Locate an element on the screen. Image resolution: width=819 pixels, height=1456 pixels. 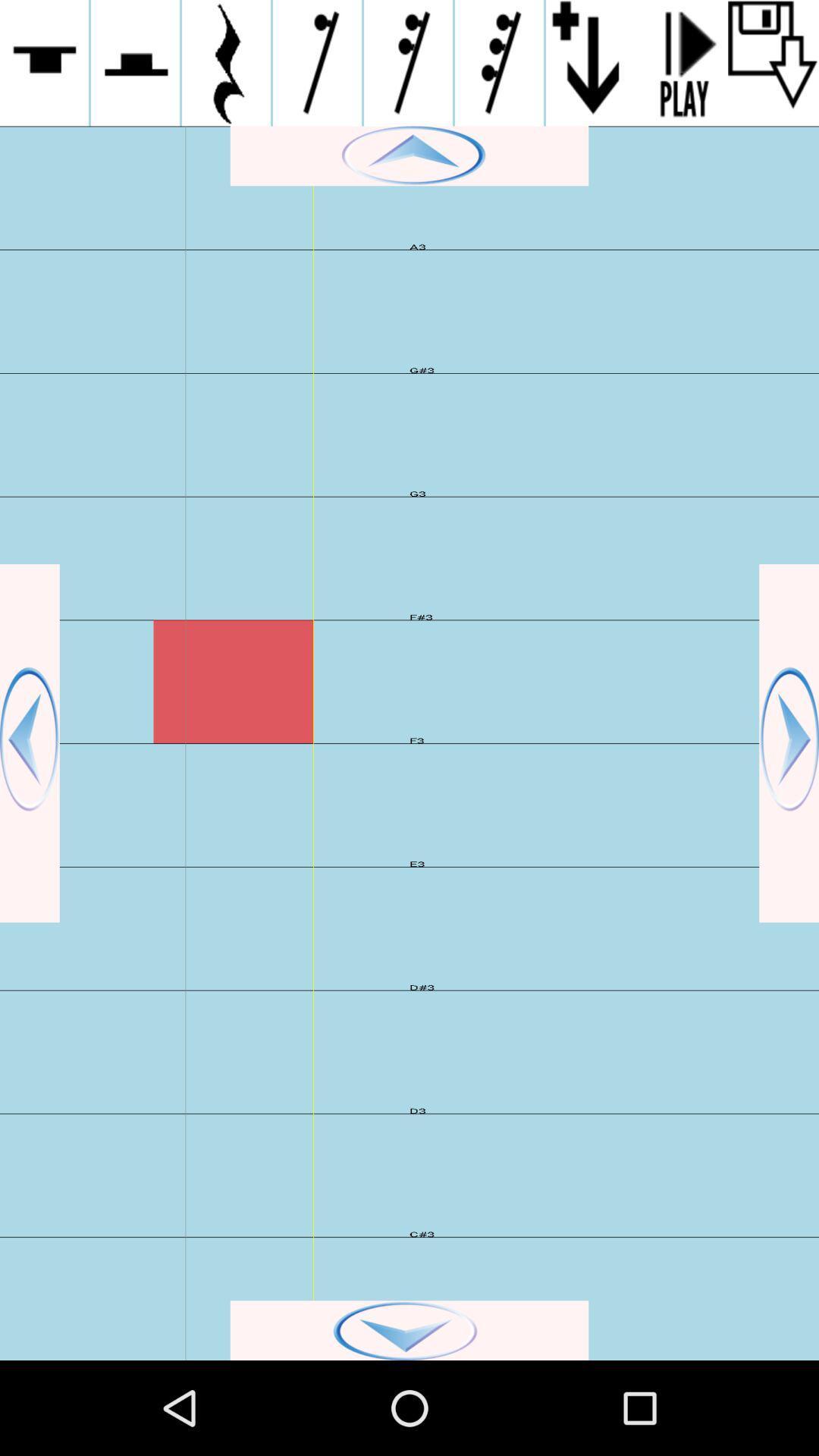
go back is located at coordinates (30, 743).